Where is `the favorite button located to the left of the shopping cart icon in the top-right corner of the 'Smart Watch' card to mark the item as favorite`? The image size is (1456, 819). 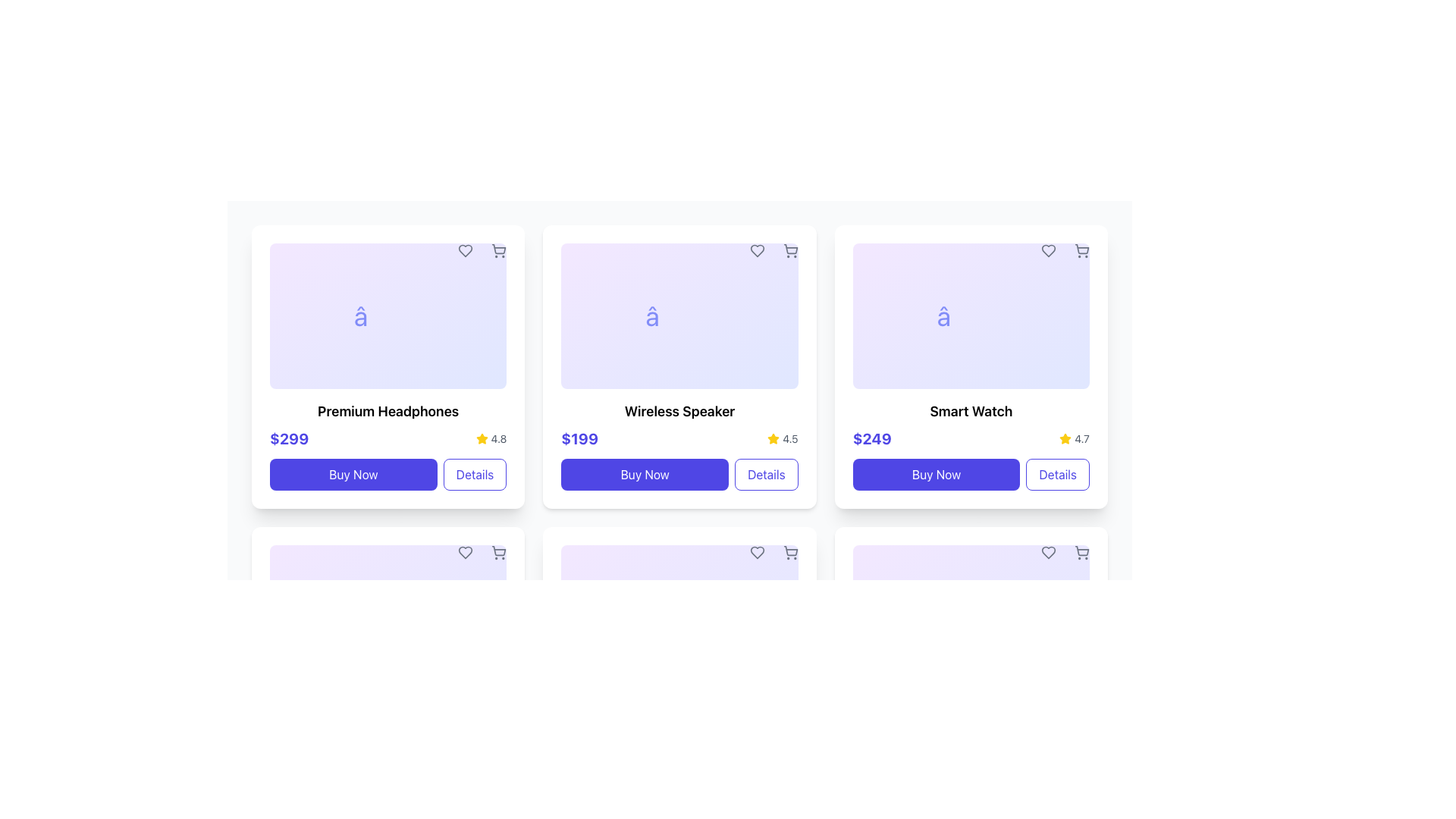 the favorite button located to the left of the shopping cart icon in the top-right corner of the 'Smart Watch' card to mark the item as favorite is located at coordinates (1047, 553).